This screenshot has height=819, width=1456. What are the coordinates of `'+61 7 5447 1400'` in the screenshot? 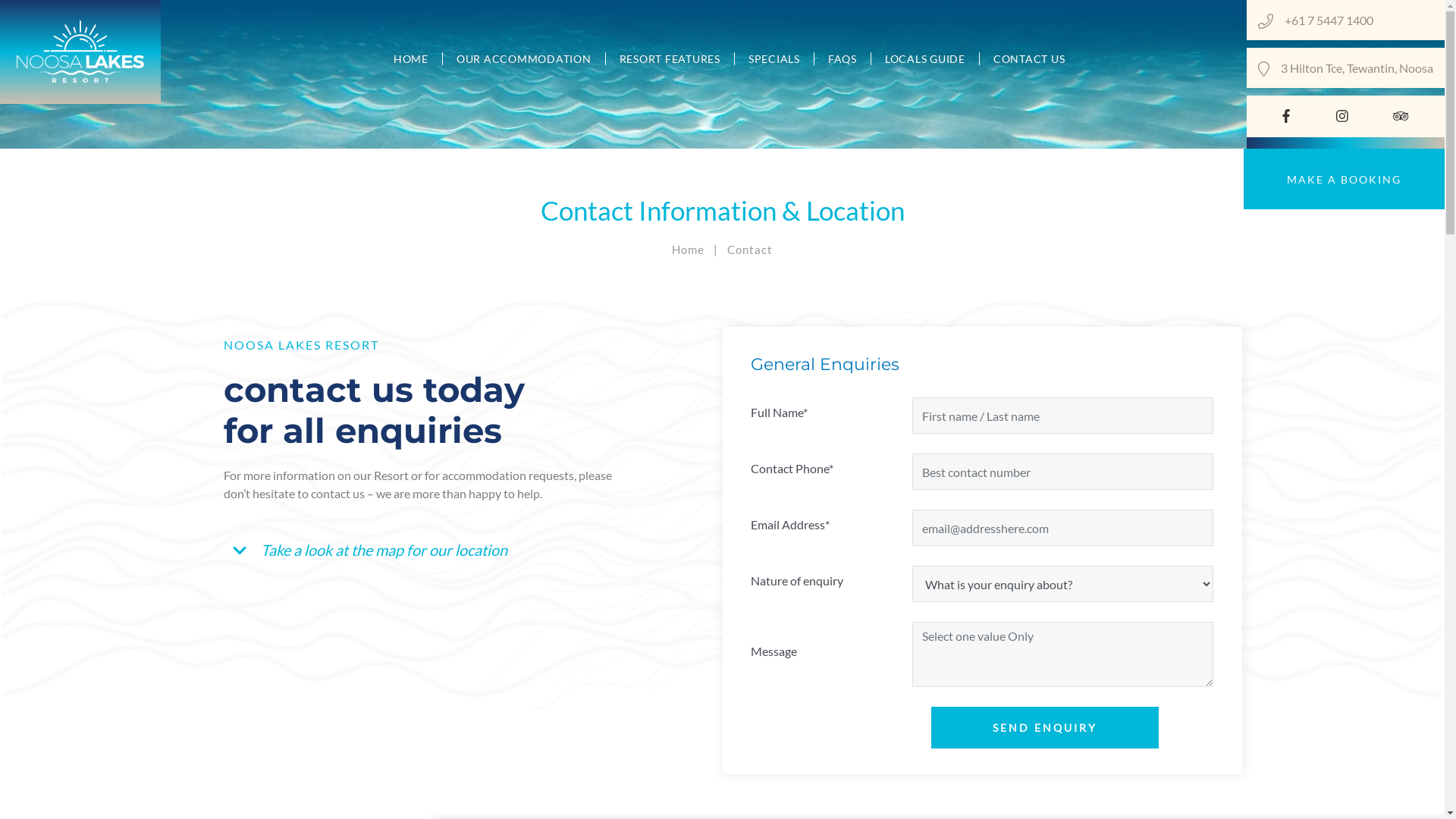 It's located at (1358, 20).